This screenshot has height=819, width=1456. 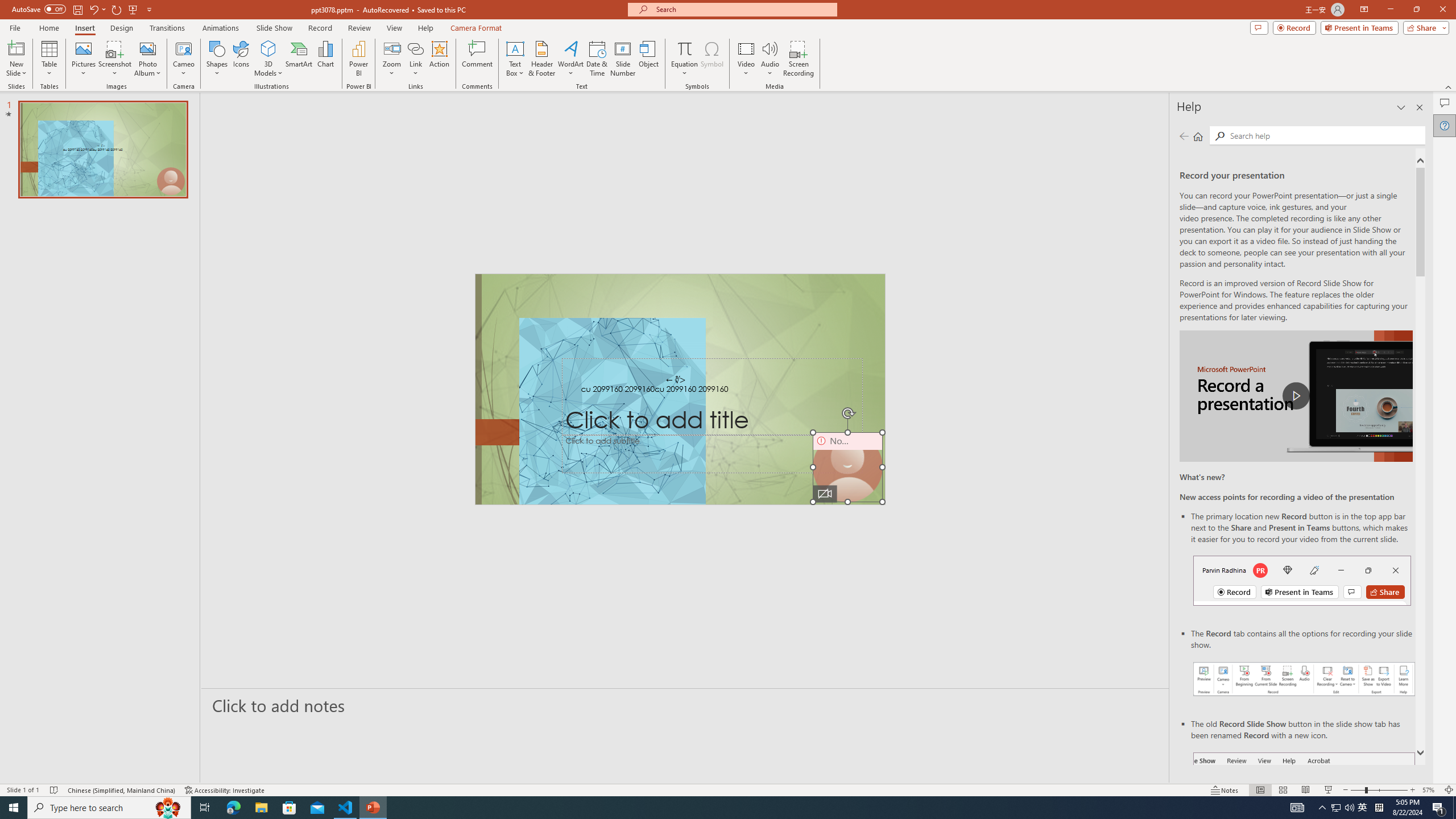 I want to click on 'Link', so click(x=415, y=59).